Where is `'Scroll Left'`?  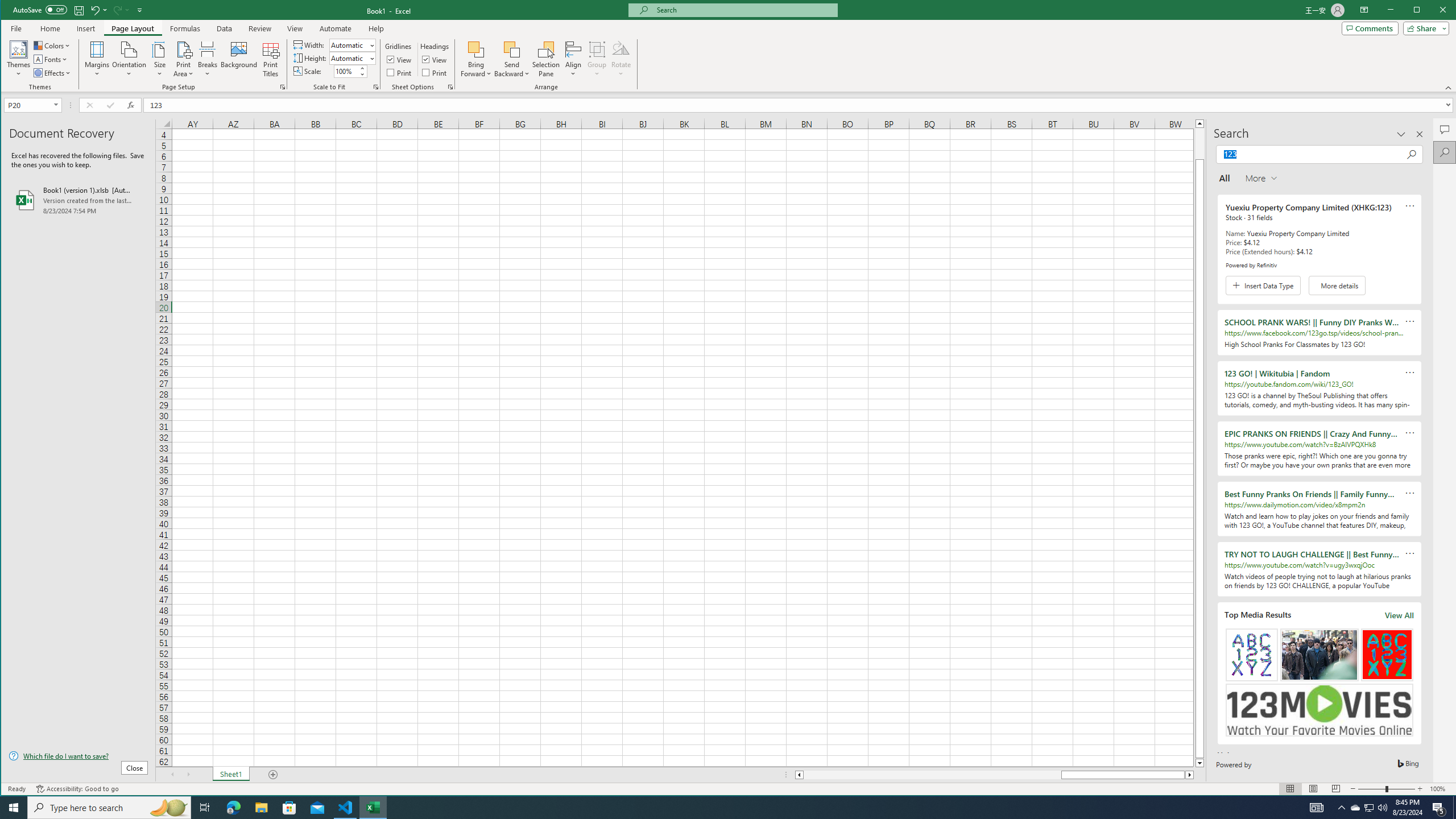 'Scroll Left' is located at coordinates (172, 775).